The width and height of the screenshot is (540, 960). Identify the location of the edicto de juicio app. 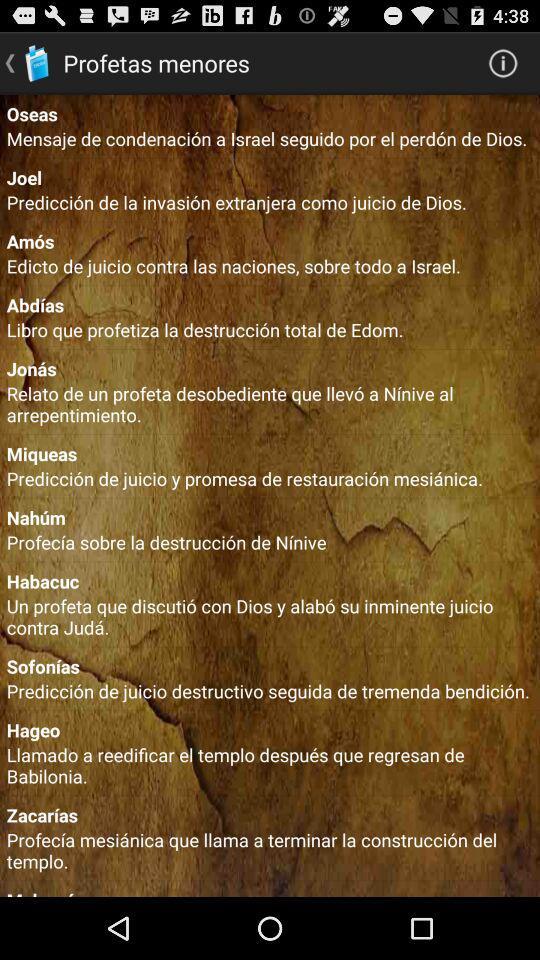
(270, 264).